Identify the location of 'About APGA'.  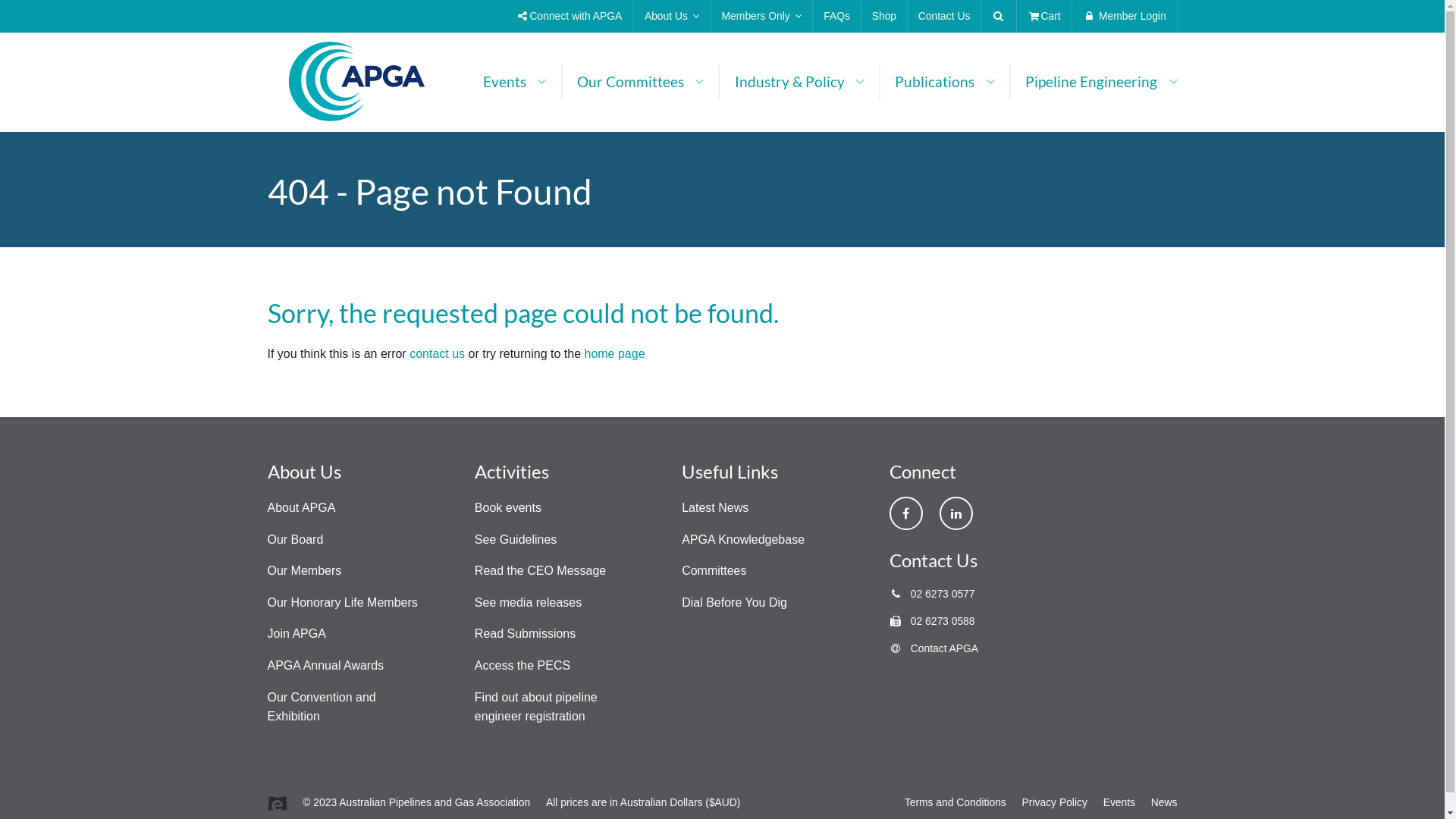
(266, 507).